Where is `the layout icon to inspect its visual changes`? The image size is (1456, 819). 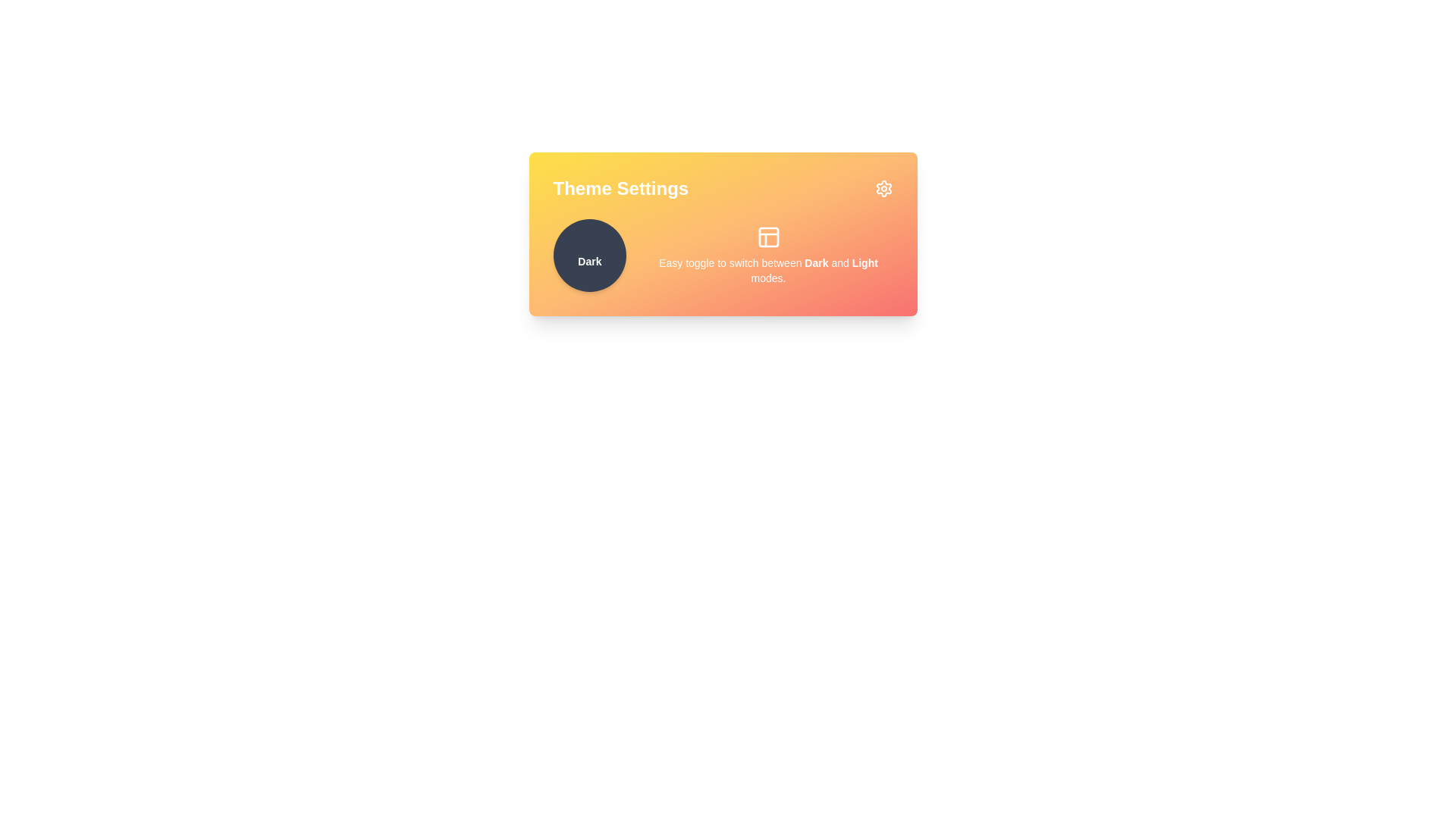
the layout icon to inspect its visual changes is located at coordinates (768, 237).